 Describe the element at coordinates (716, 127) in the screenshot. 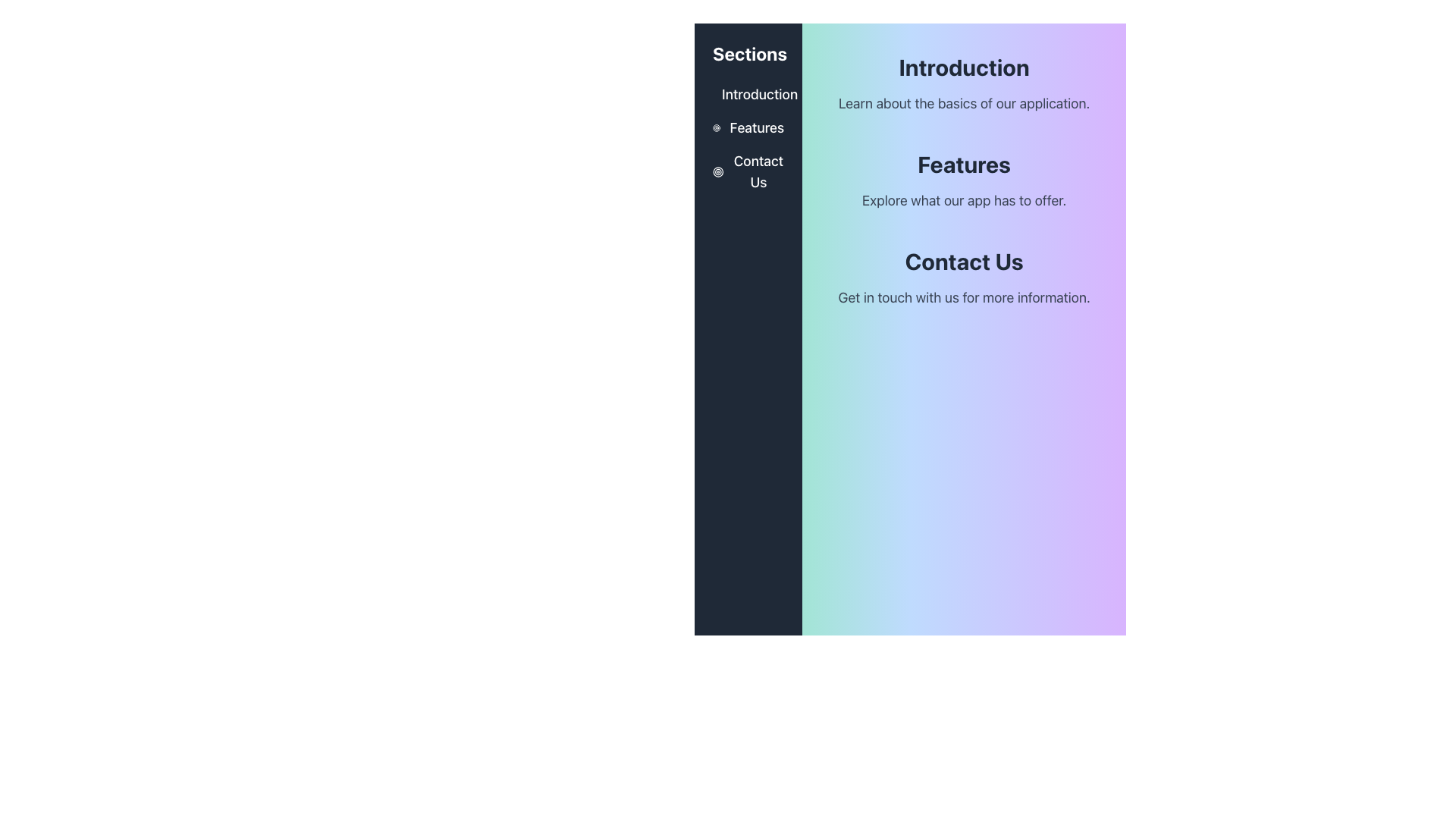

I see `the largest SVG Circle element of the target icon in the 'Features' menu item of the left-hand sidebar navigation` at that location.